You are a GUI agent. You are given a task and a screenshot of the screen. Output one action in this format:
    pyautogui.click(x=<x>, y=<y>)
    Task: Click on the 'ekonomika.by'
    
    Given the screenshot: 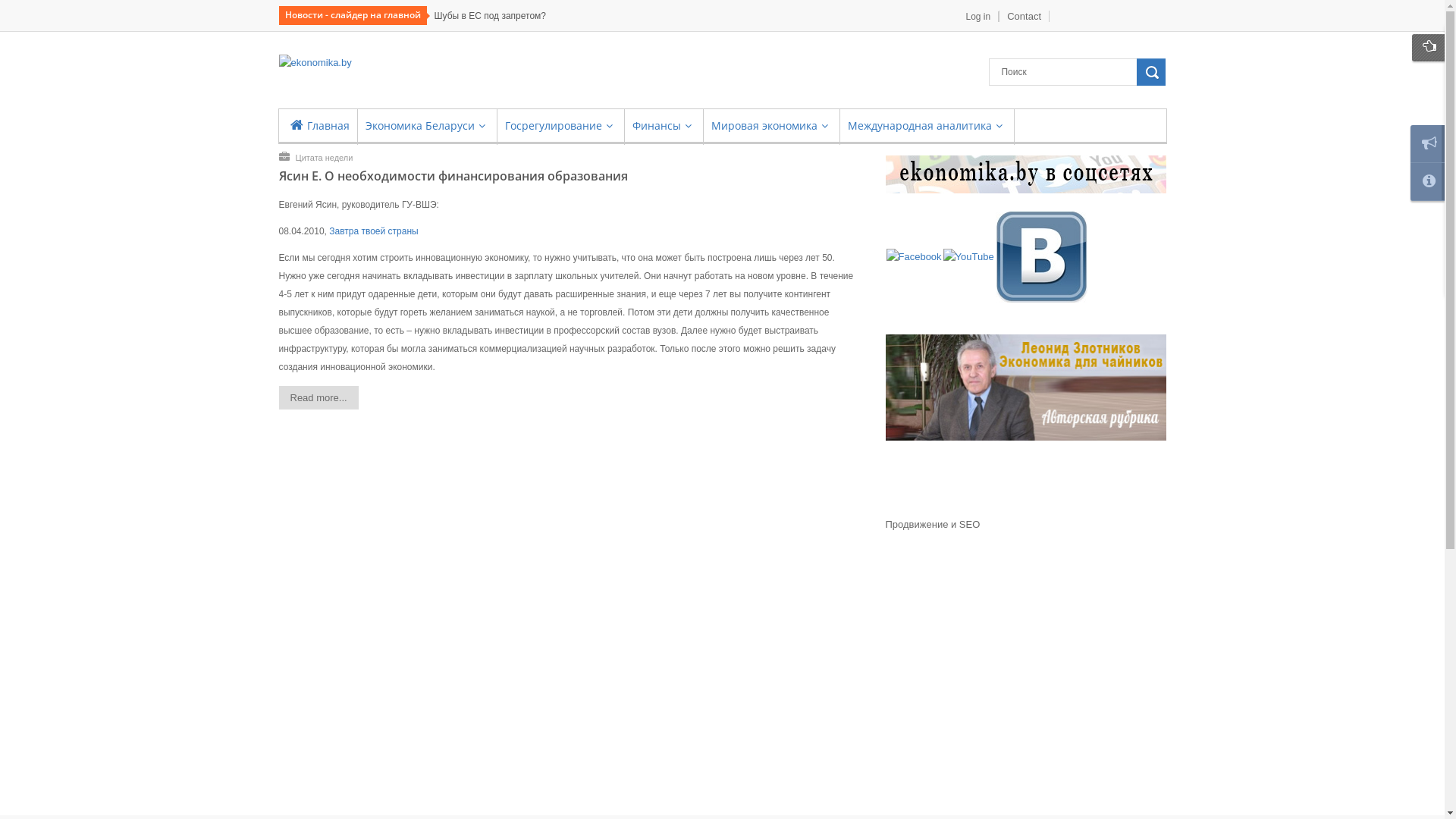 What is the action you would take?
    pyautogui.click(x=315, y=62)
    